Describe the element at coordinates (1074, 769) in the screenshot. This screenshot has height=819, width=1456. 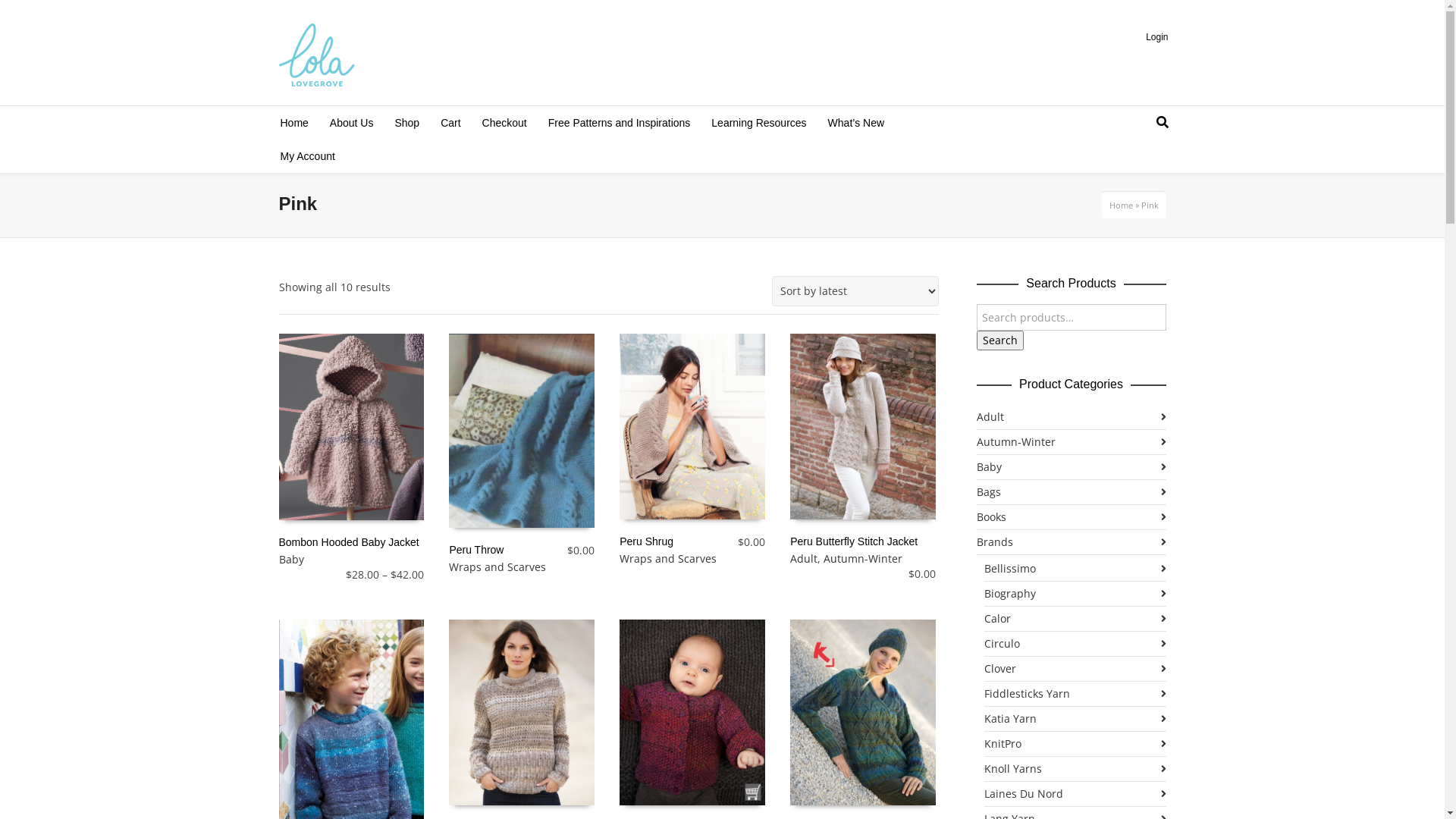
I see `'Knoll Yarns'` at that location.